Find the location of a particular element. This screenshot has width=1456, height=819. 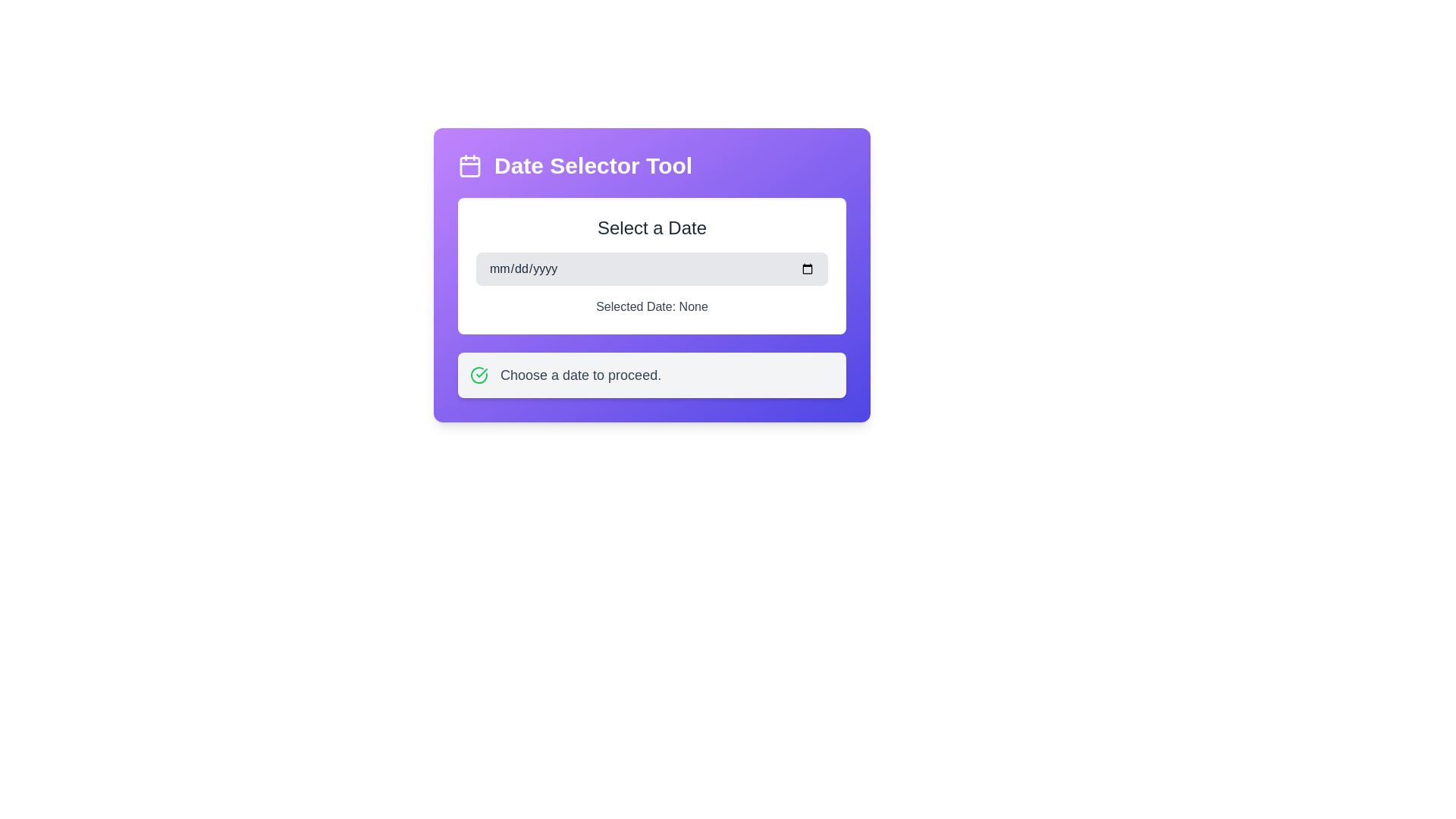

the banner header labeled 'Date Selector Tool' with a calendar icon, located at the top of the date selection widget is located at coordinates (651, 166).